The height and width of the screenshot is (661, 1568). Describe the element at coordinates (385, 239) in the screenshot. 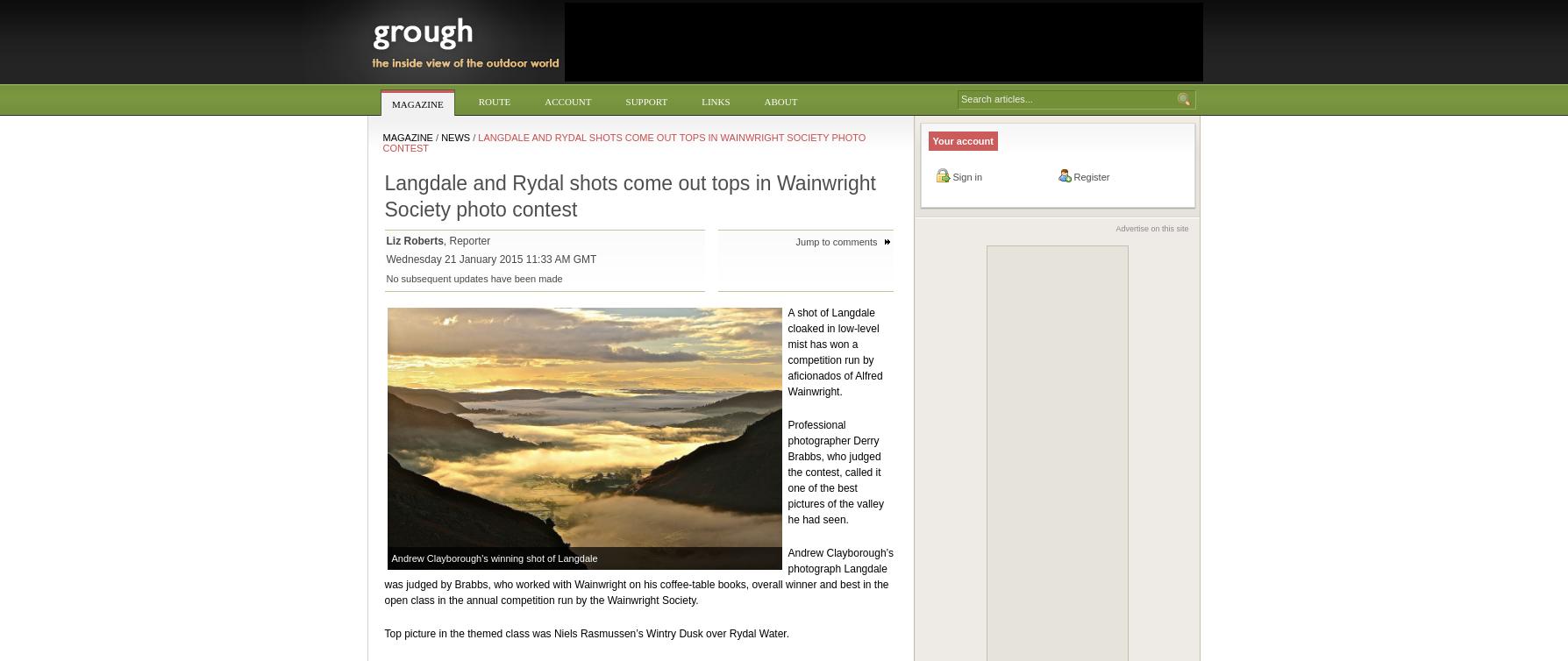

I see `'Liz Roberts'` at that location.